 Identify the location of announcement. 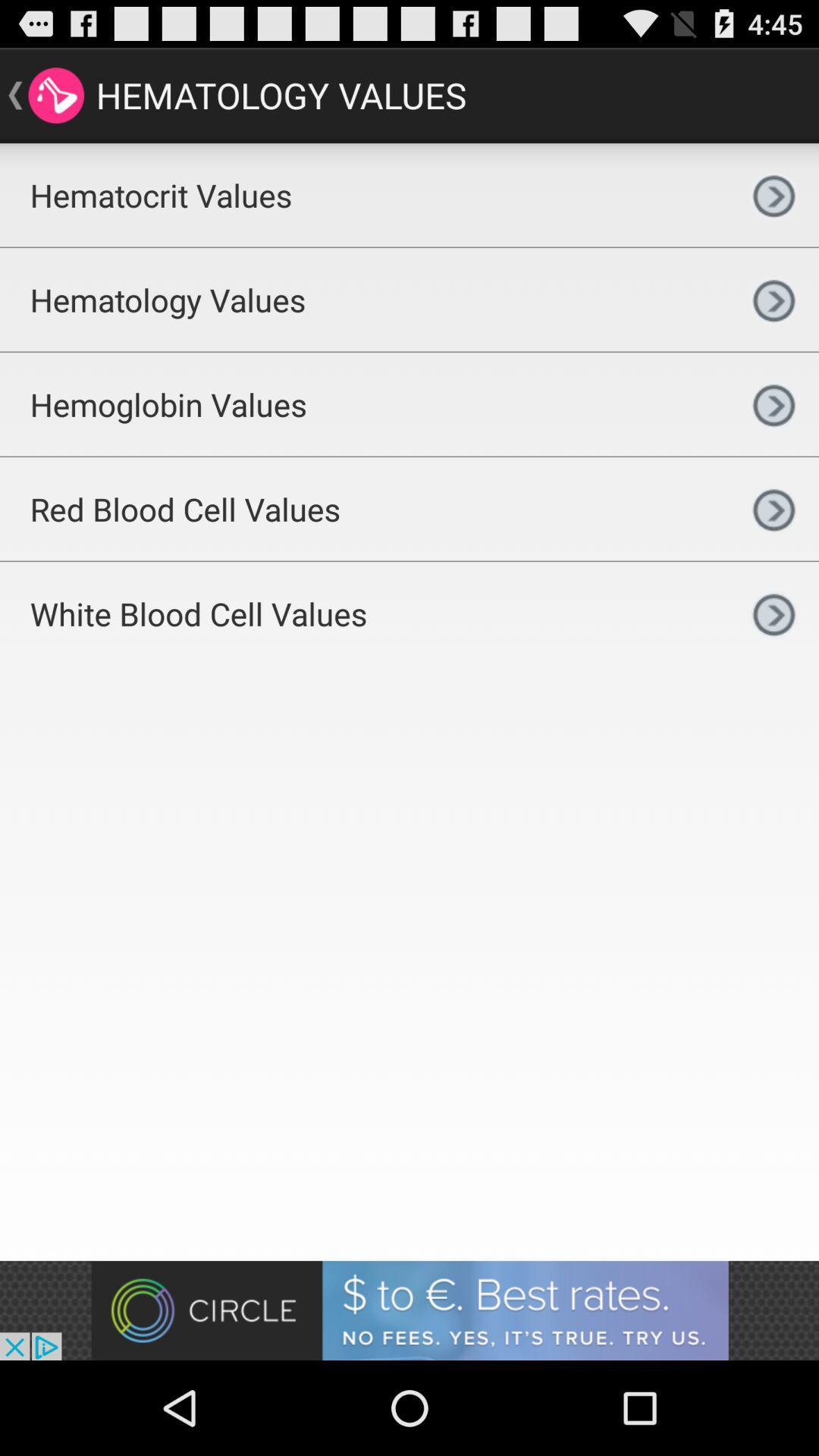
(409, 1310).